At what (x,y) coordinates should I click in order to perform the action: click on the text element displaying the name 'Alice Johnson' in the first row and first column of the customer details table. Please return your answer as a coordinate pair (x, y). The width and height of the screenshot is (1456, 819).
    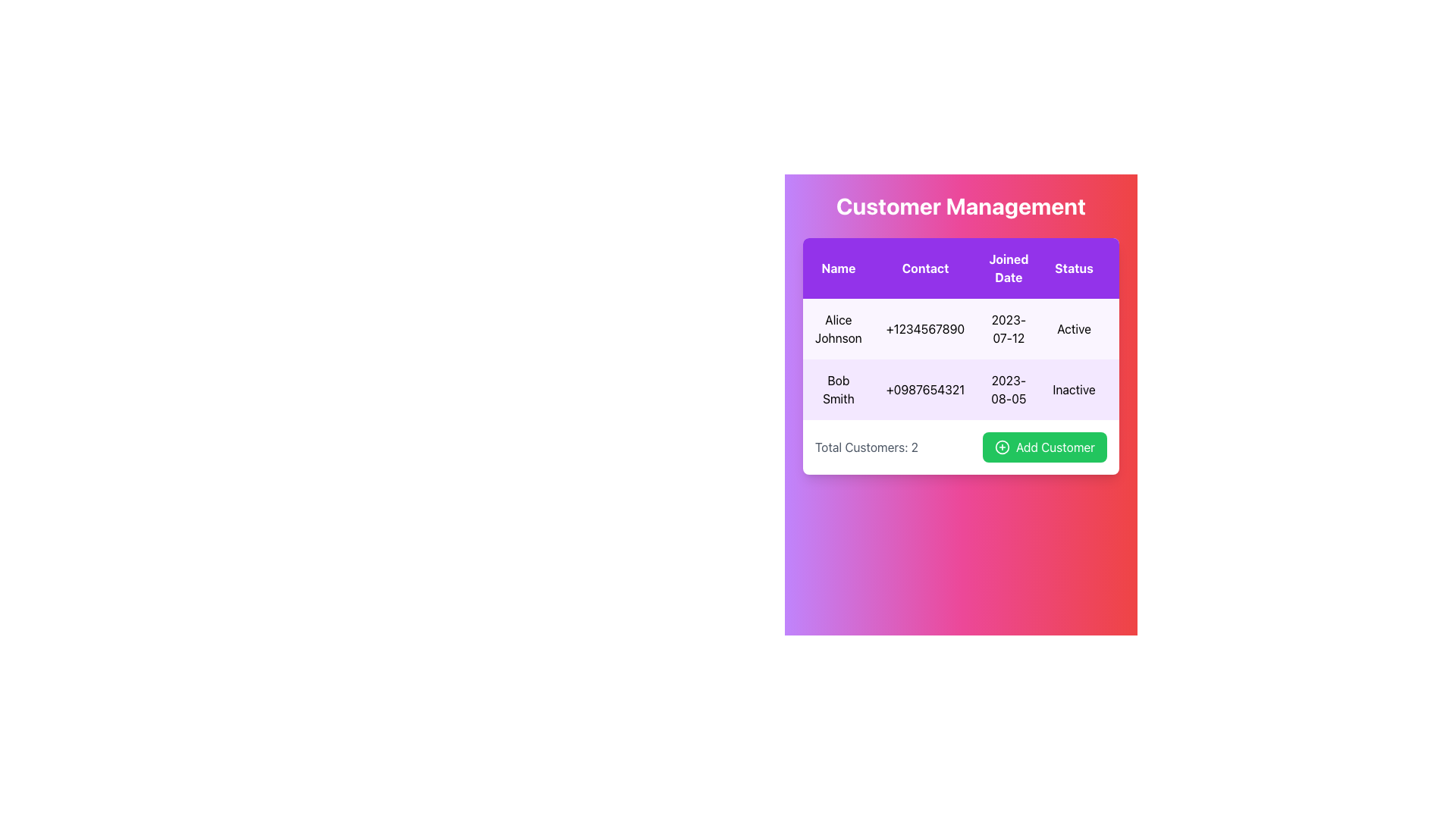
    Looking at the image, I should click on (837, 328).